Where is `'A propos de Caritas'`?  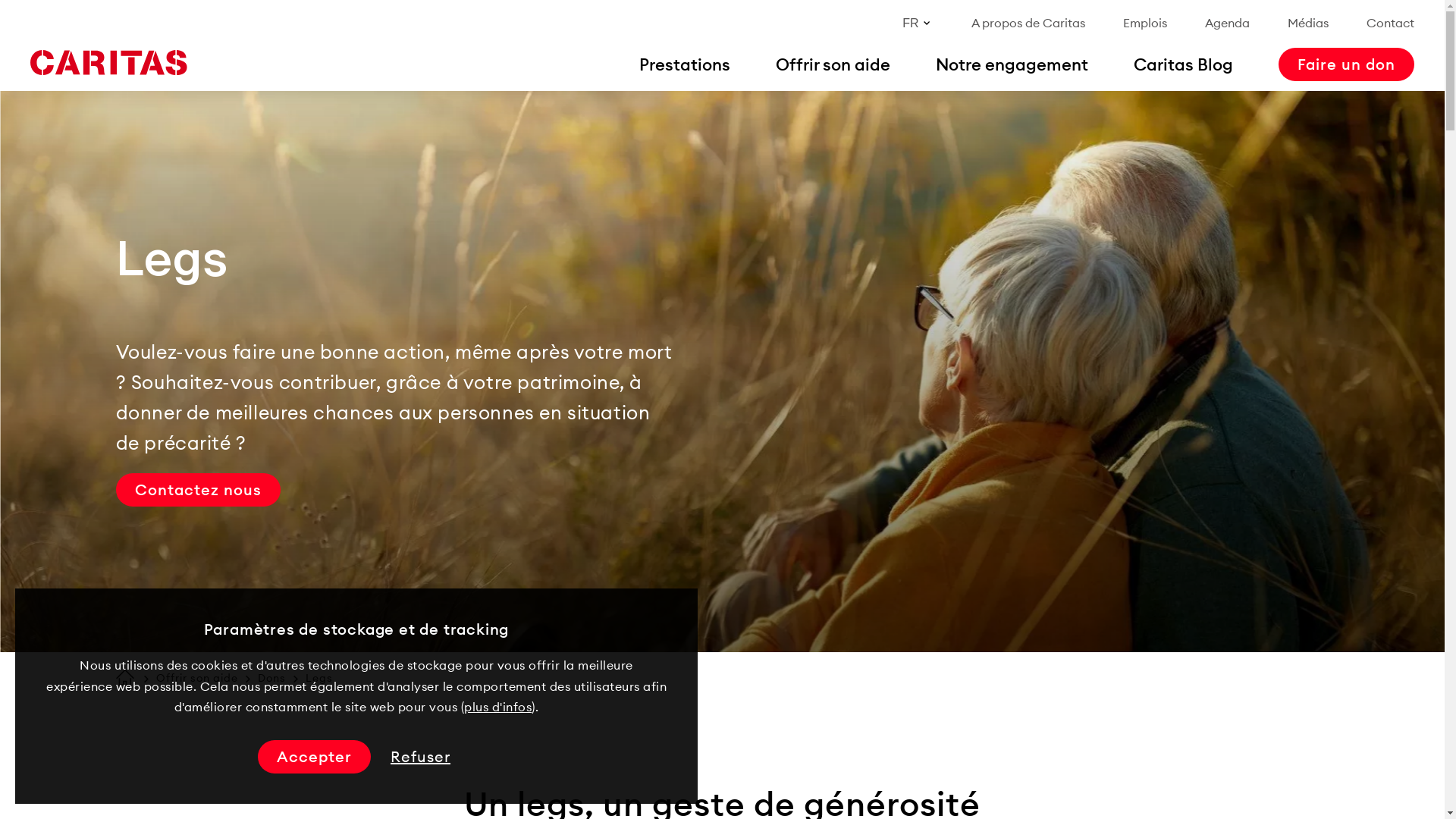
'A propos de Caritas' is located at coordinates (1028, 23).